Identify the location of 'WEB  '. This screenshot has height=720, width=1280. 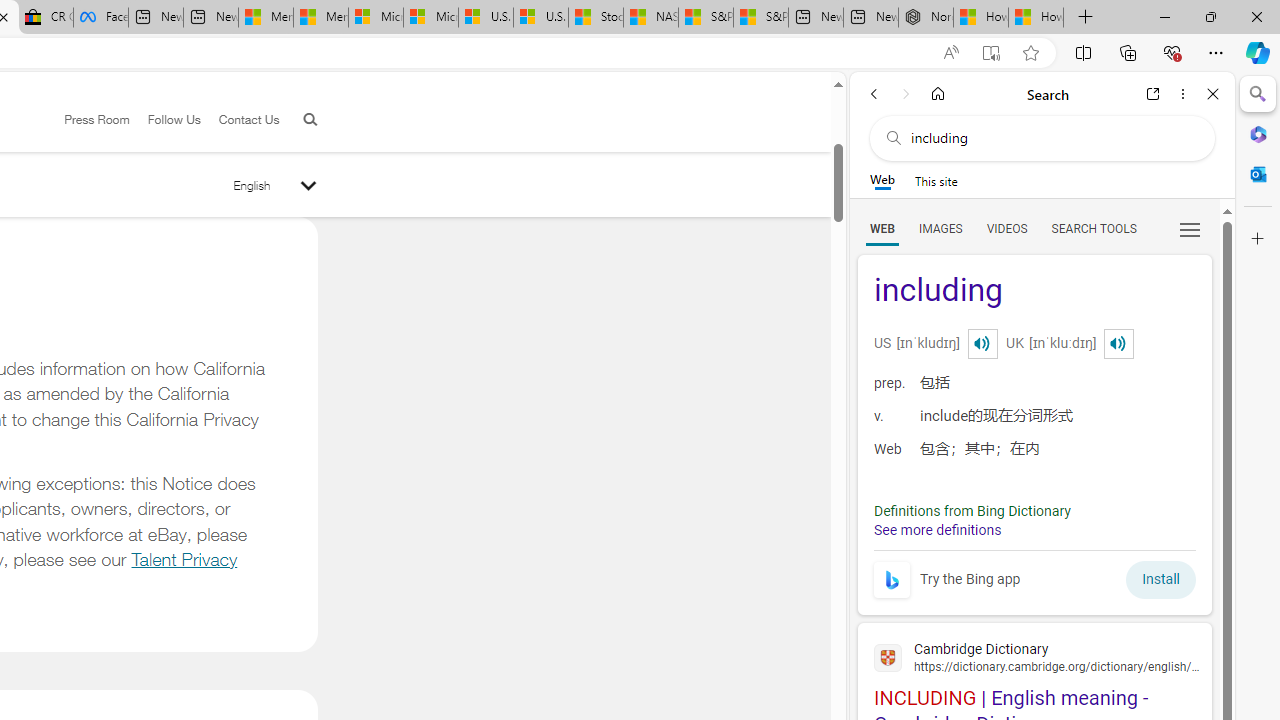
(881, 227).